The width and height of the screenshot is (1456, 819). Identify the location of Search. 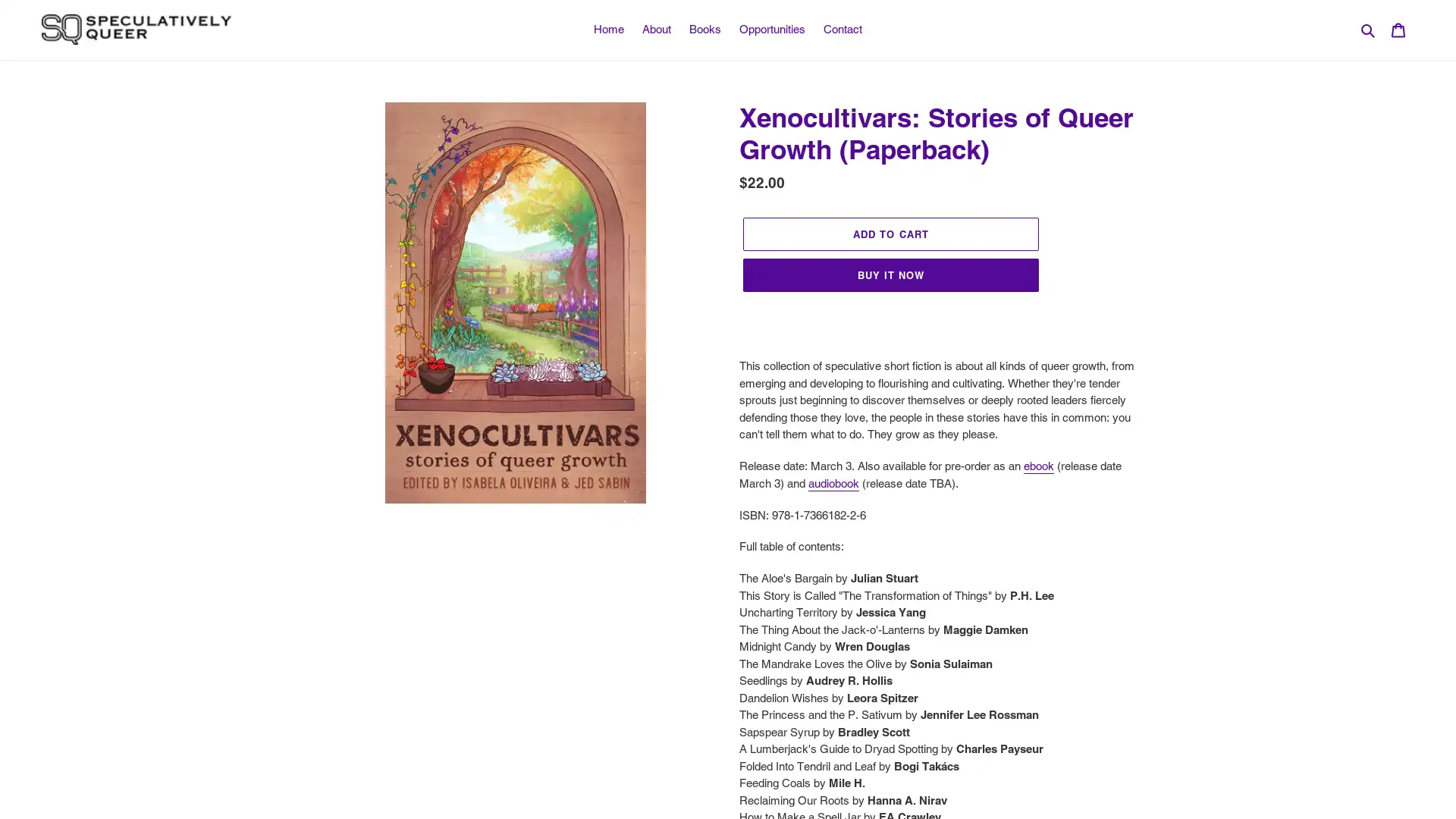
(1369, 29).